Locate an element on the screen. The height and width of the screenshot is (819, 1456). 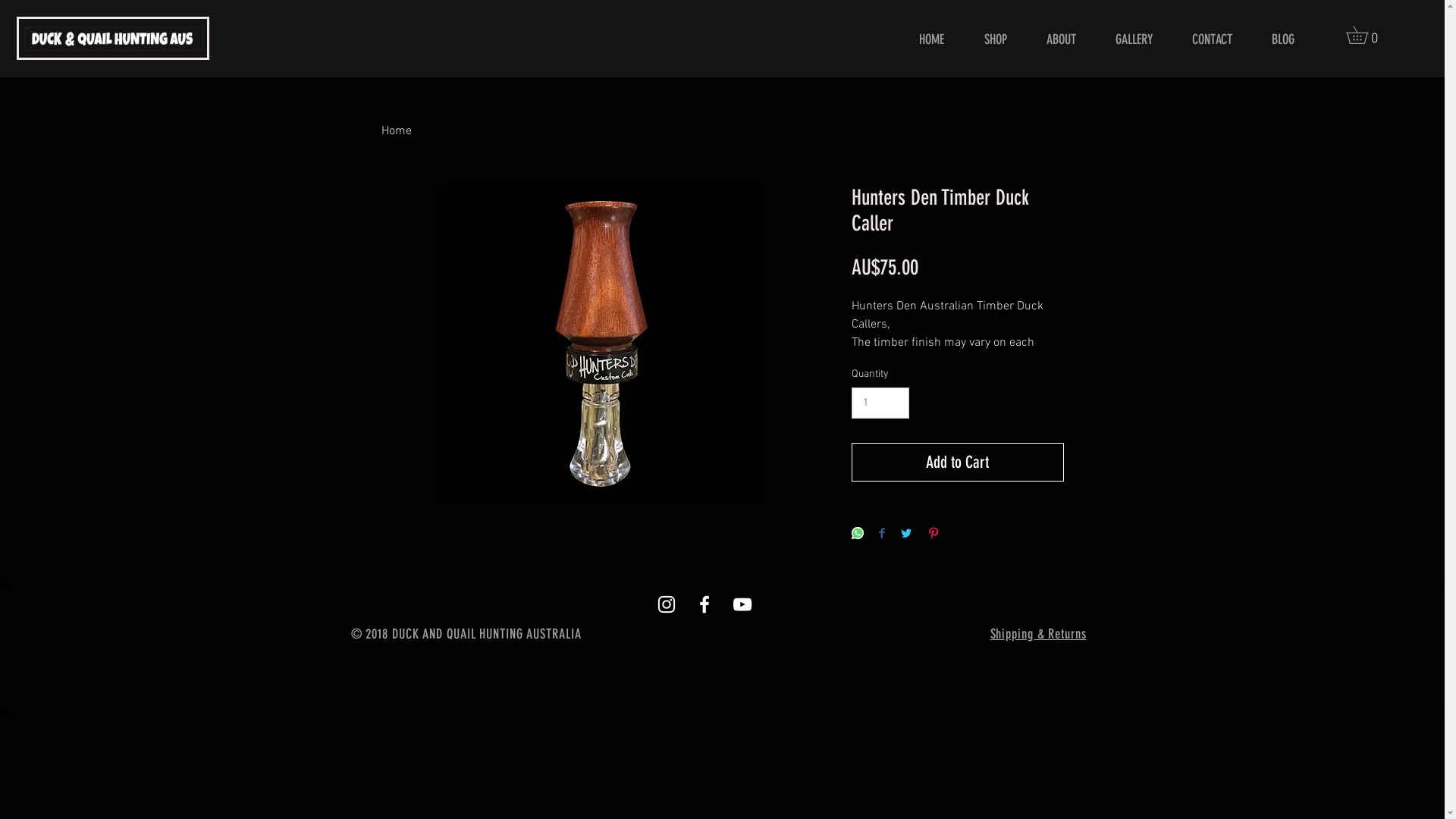
'Shipping & Returns' is located at coordinates (990, 635).